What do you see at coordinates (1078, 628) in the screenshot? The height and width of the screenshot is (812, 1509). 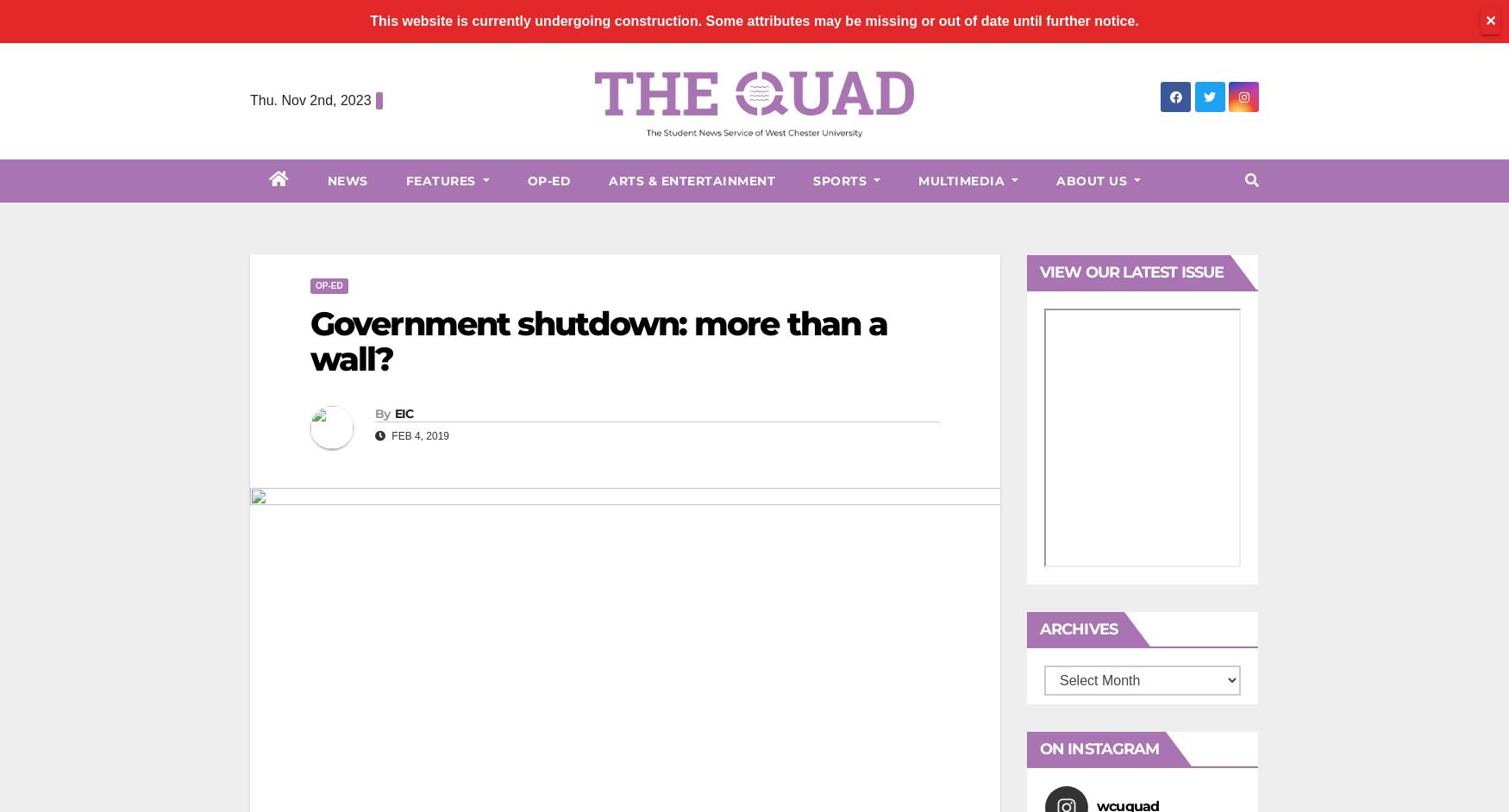 I see `'Archives'` at bounding box center [1078, 628].